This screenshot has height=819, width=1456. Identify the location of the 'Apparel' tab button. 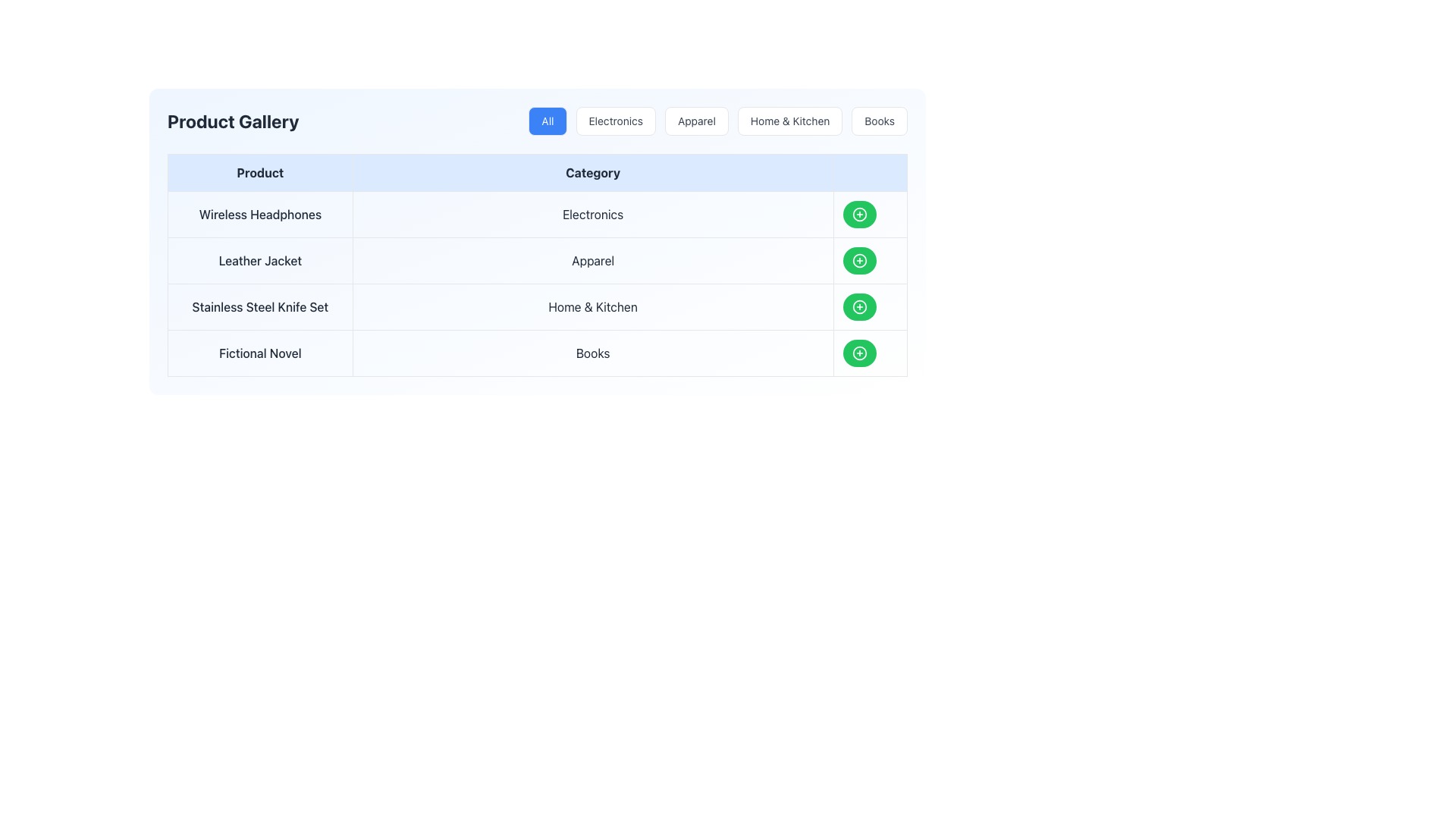
(717, 120).